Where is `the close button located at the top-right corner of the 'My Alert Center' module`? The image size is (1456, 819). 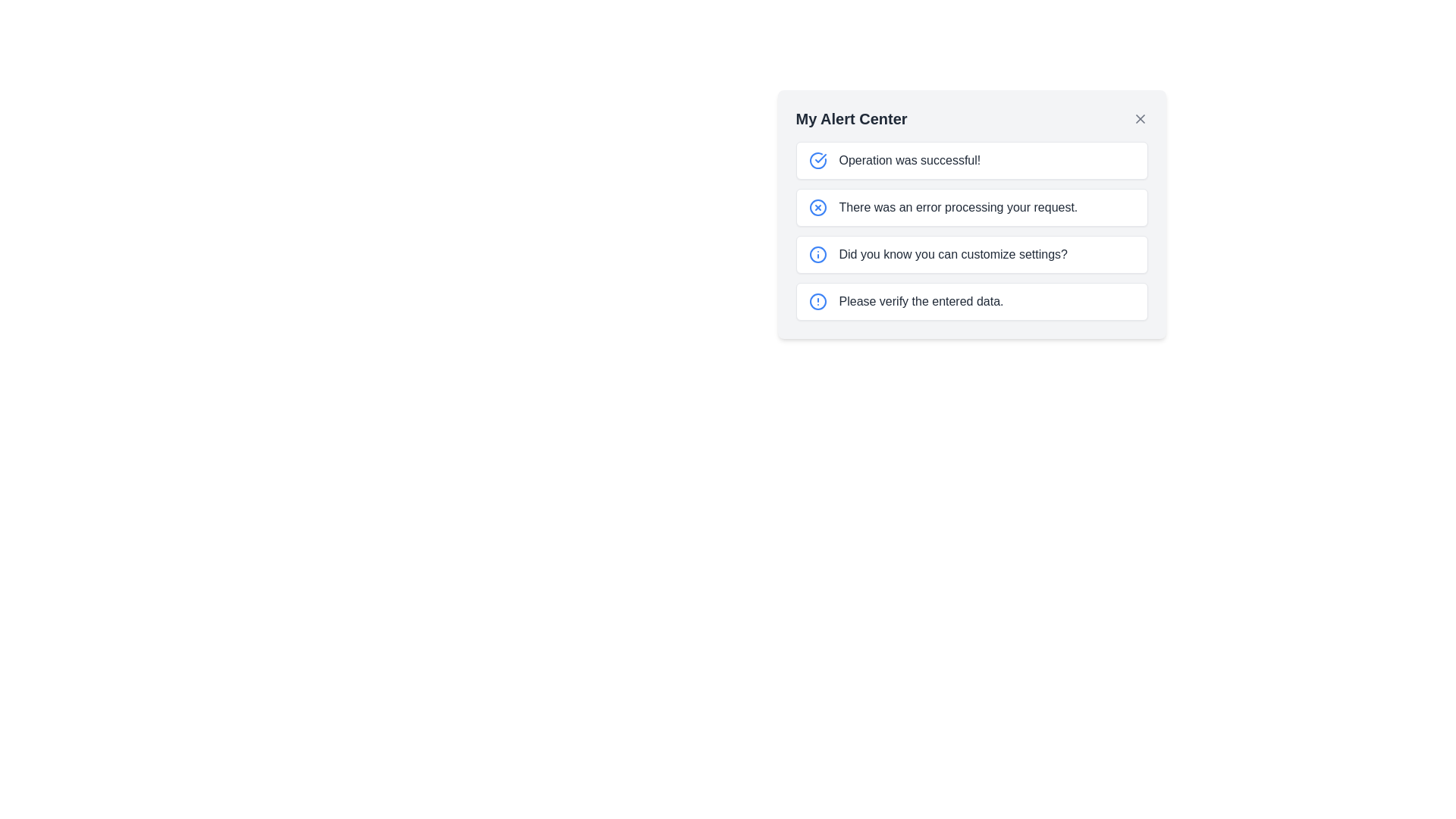 the close button located at the top-right corner of the 'My Alert Center' module is located at coordinates (1140, 118).